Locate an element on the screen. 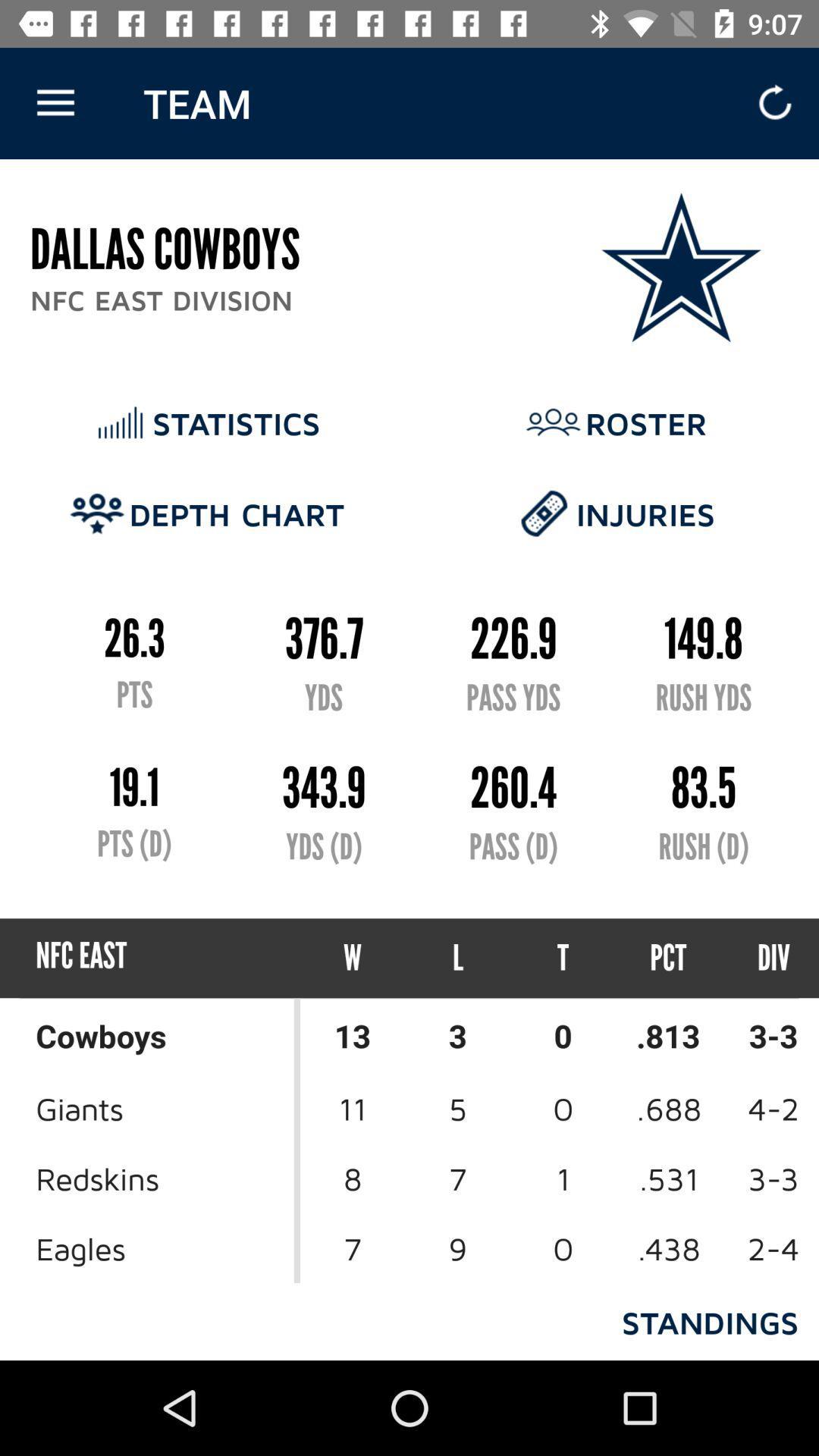 This screenshot has height=1456, width=819. item below yds (d) icon is located at coordinates (353, 957).